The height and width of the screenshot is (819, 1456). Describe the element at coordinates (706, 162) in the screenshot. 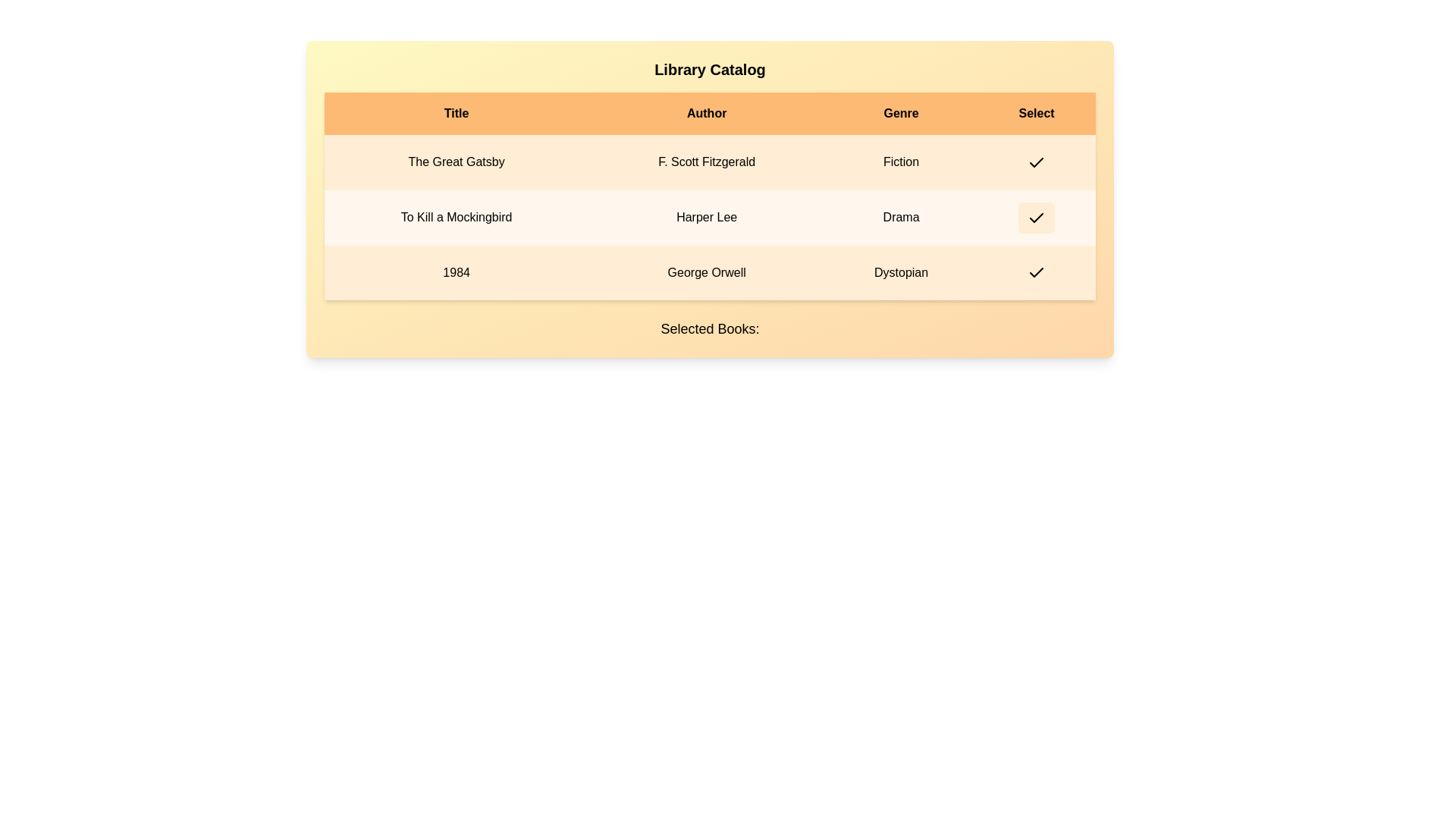

I see `the text element displaying 'F. Scott Fitzgerald' in black text against a light orange background, located in the second column of the first row of a table layout` at that location.